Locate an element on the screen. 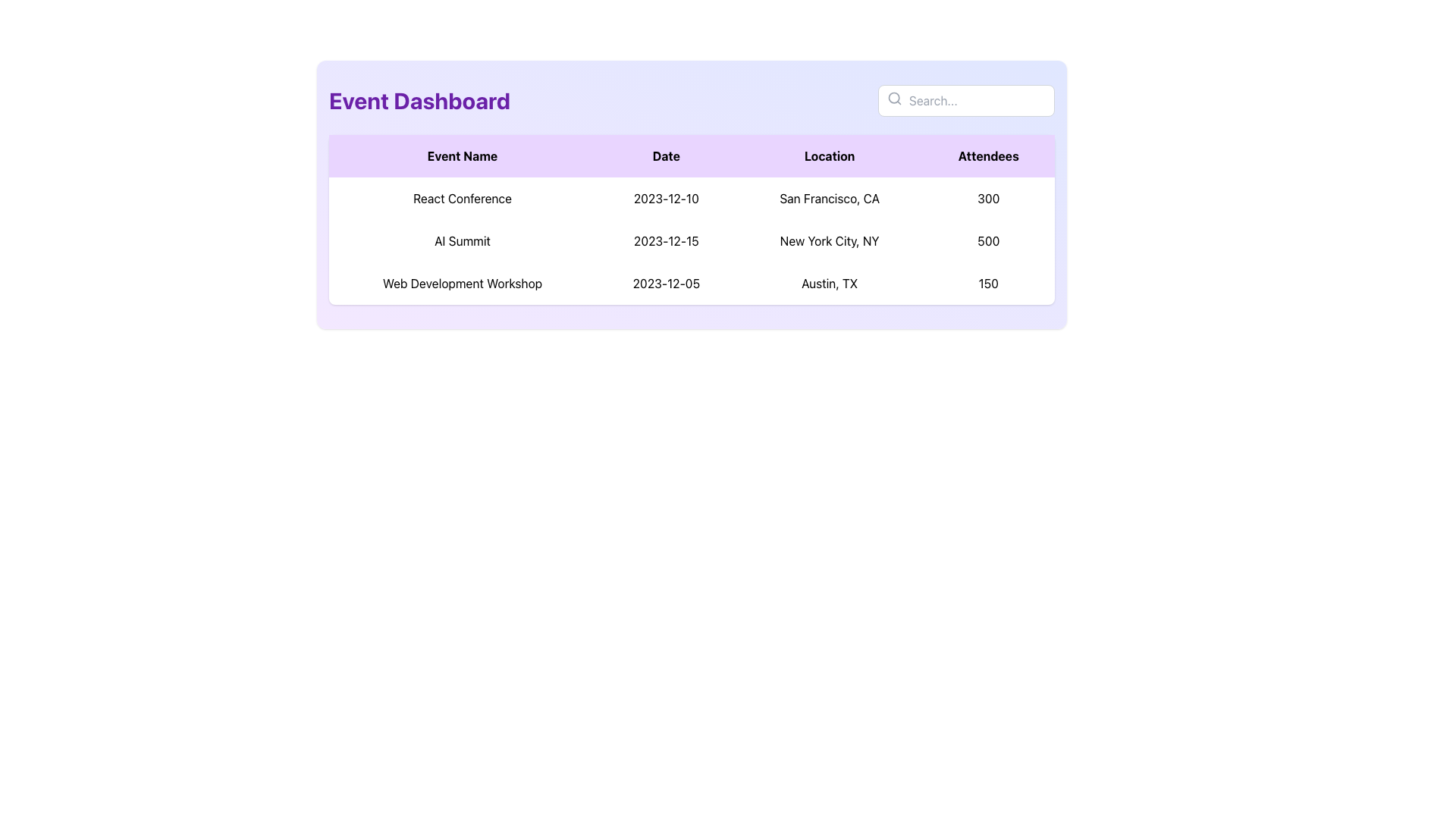 The height and width of the screenshot is (819, 1456). the Table Header Cell that labels the column for the number of attendees, located in the fourth cell of the header row is located at coordinates (988, 155).